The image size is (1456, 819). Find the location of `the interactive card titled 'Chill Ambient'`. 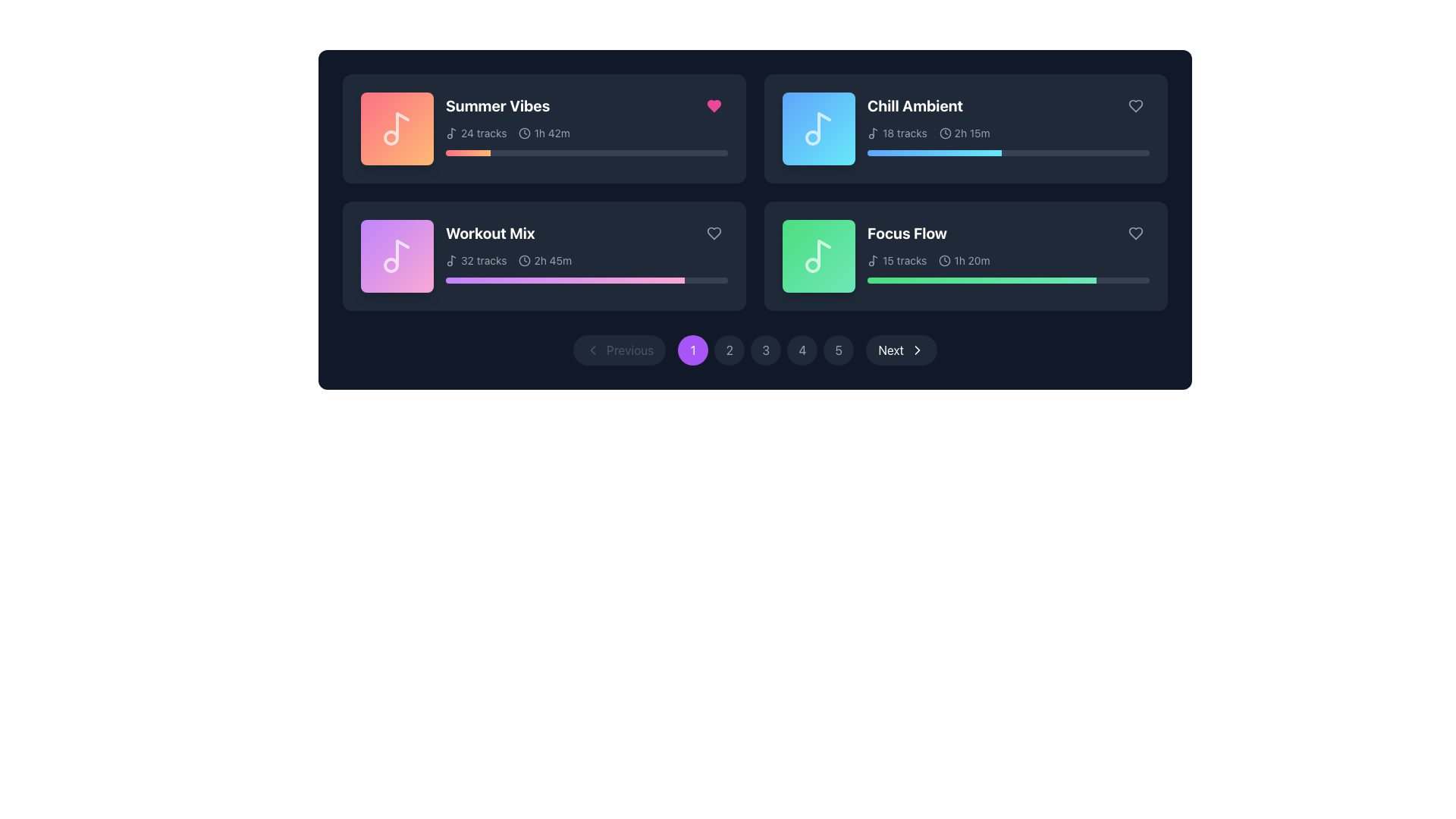

the interactive card titled 'Chill Ambient' is located at coordinates (965, 127).